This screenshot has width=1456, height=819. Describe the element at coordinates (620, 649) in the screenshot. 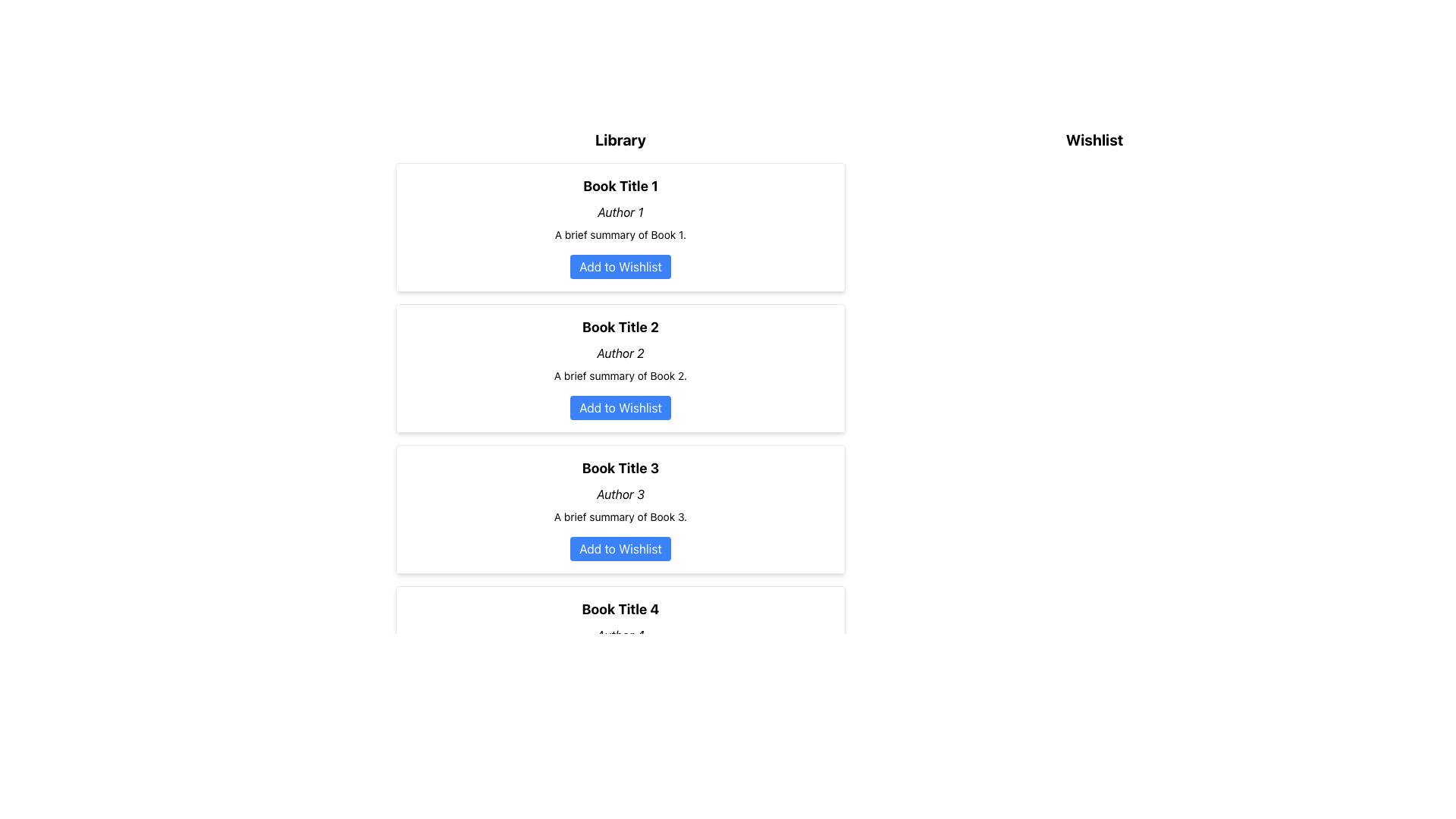

I see `the button on the fourth book card in the library interface that allows users` at that location.